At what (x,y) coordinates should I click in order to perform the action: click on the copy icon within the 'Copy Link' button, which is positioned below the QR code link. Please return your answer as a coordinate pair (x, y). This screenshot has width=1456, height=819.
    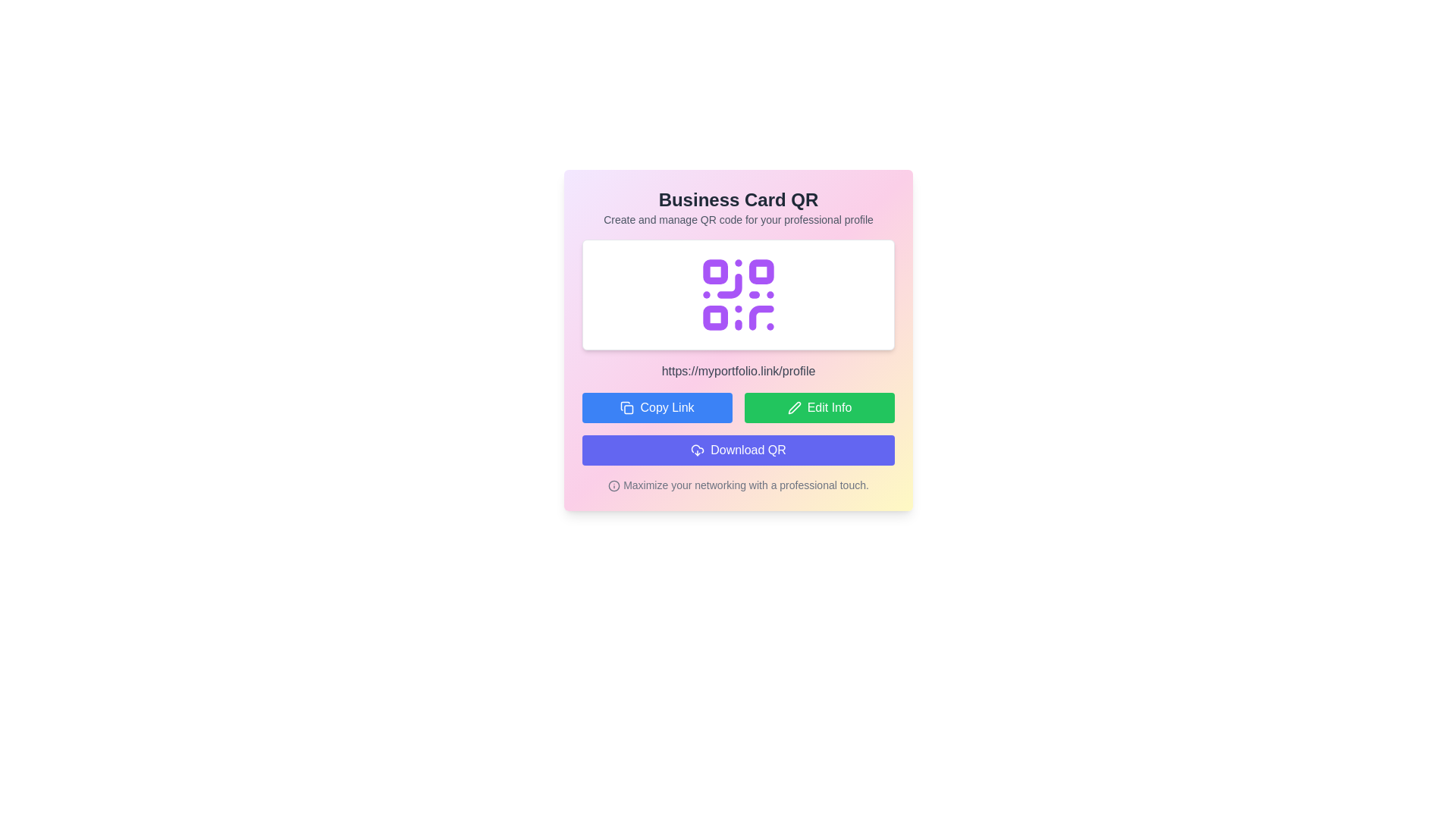
    Looking at the image, I should click on (627, 406).